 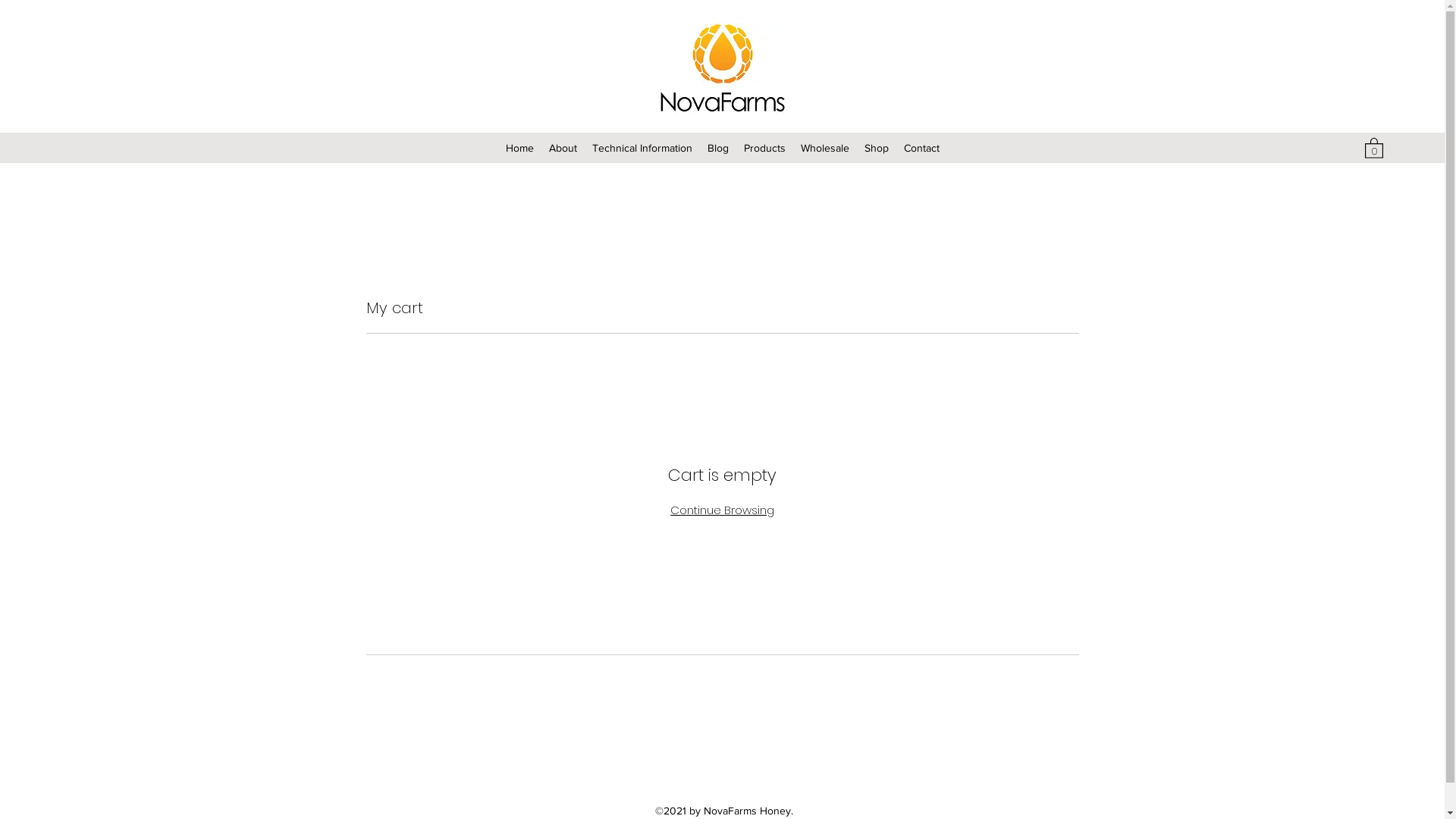 I want to click on 'Wholesale', so click(x=824, y=148).